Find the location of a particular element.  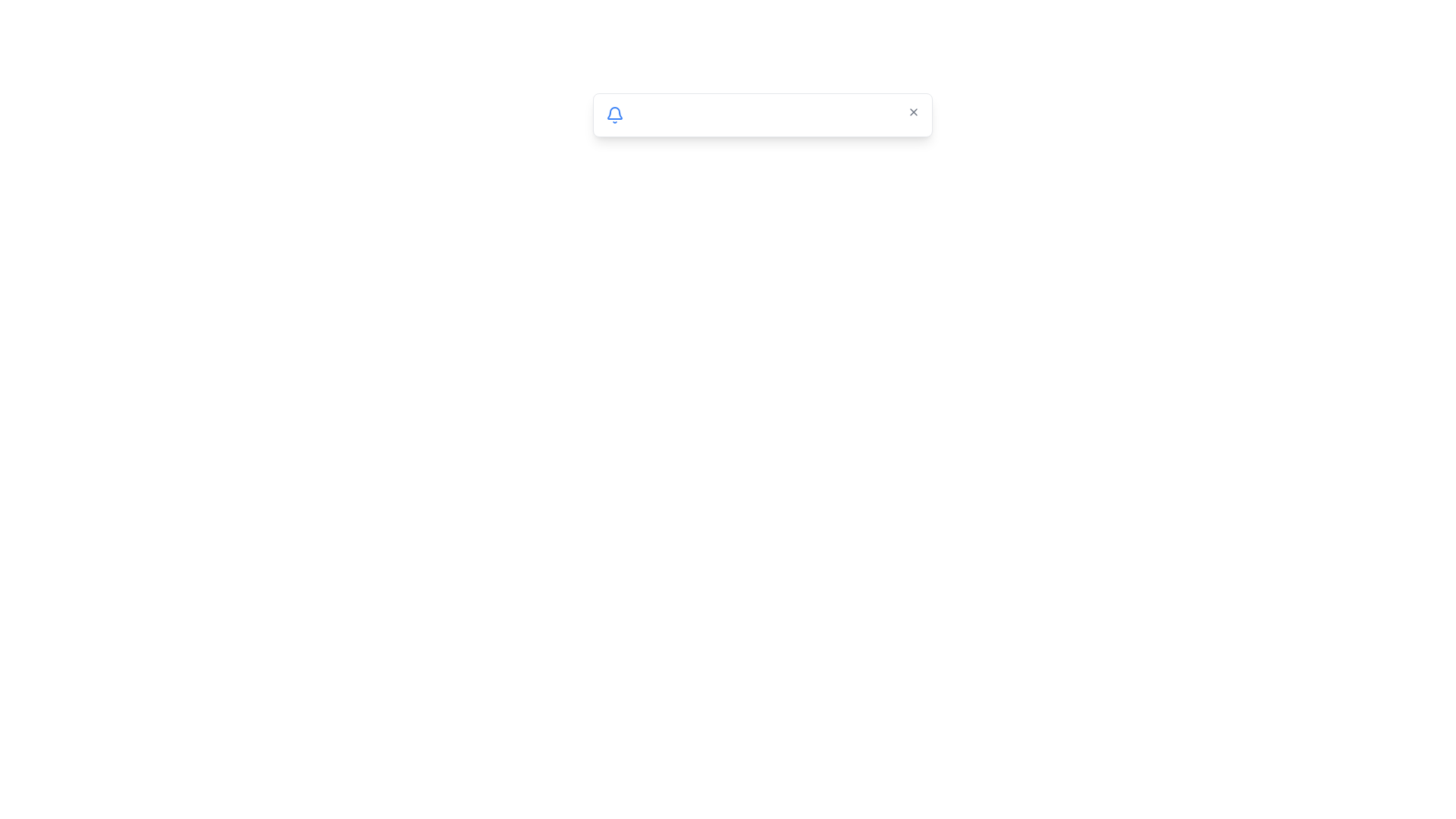

the visual representation of the blue bell icon located on the left end of the notification bar, which is adjacent to textual content and positioned before the 'Close' button is located at coordinates (615, 114).